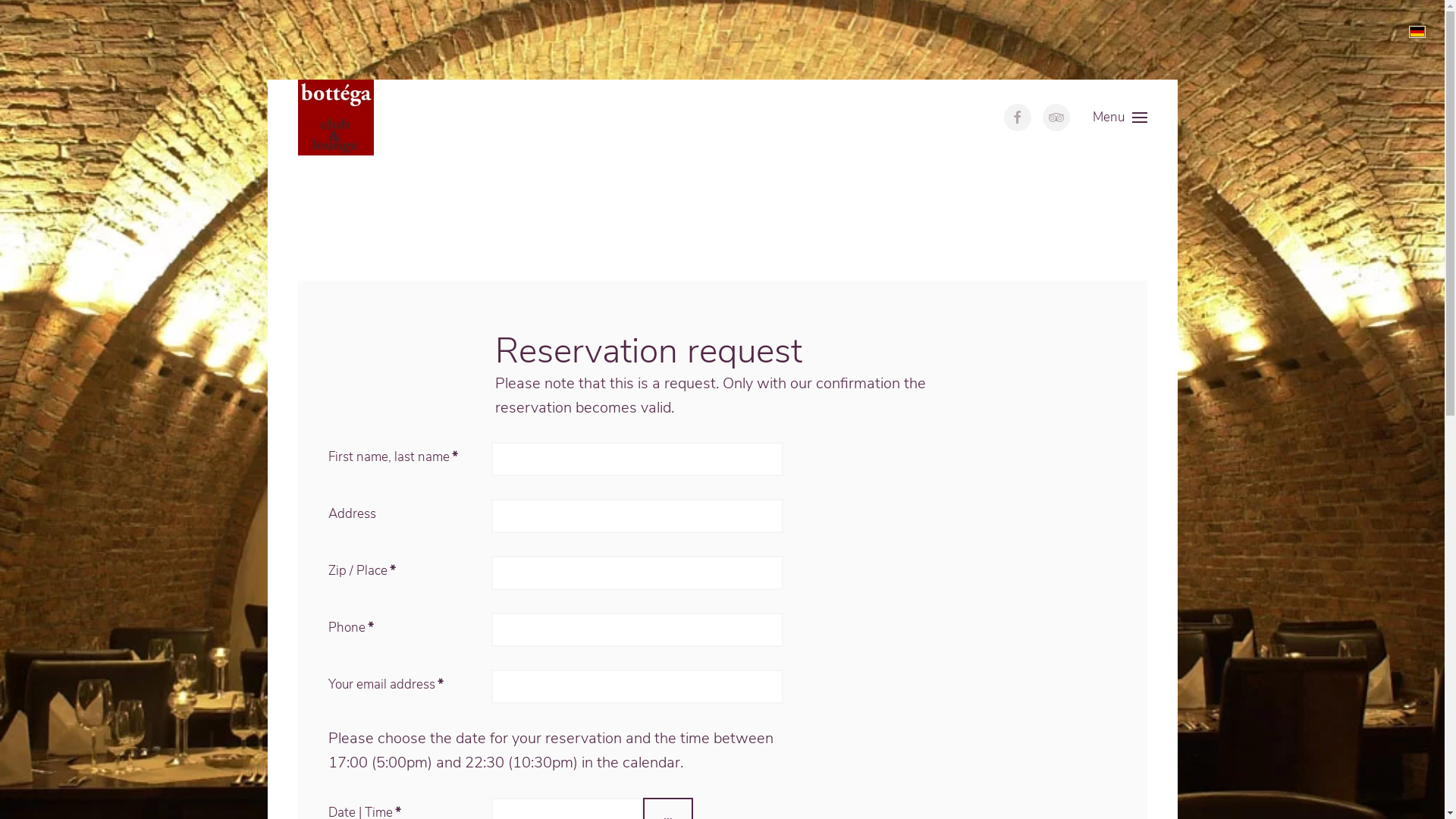 The image size is (1456, 819). I want to click on 'Deutsch', so click(1416, 32).